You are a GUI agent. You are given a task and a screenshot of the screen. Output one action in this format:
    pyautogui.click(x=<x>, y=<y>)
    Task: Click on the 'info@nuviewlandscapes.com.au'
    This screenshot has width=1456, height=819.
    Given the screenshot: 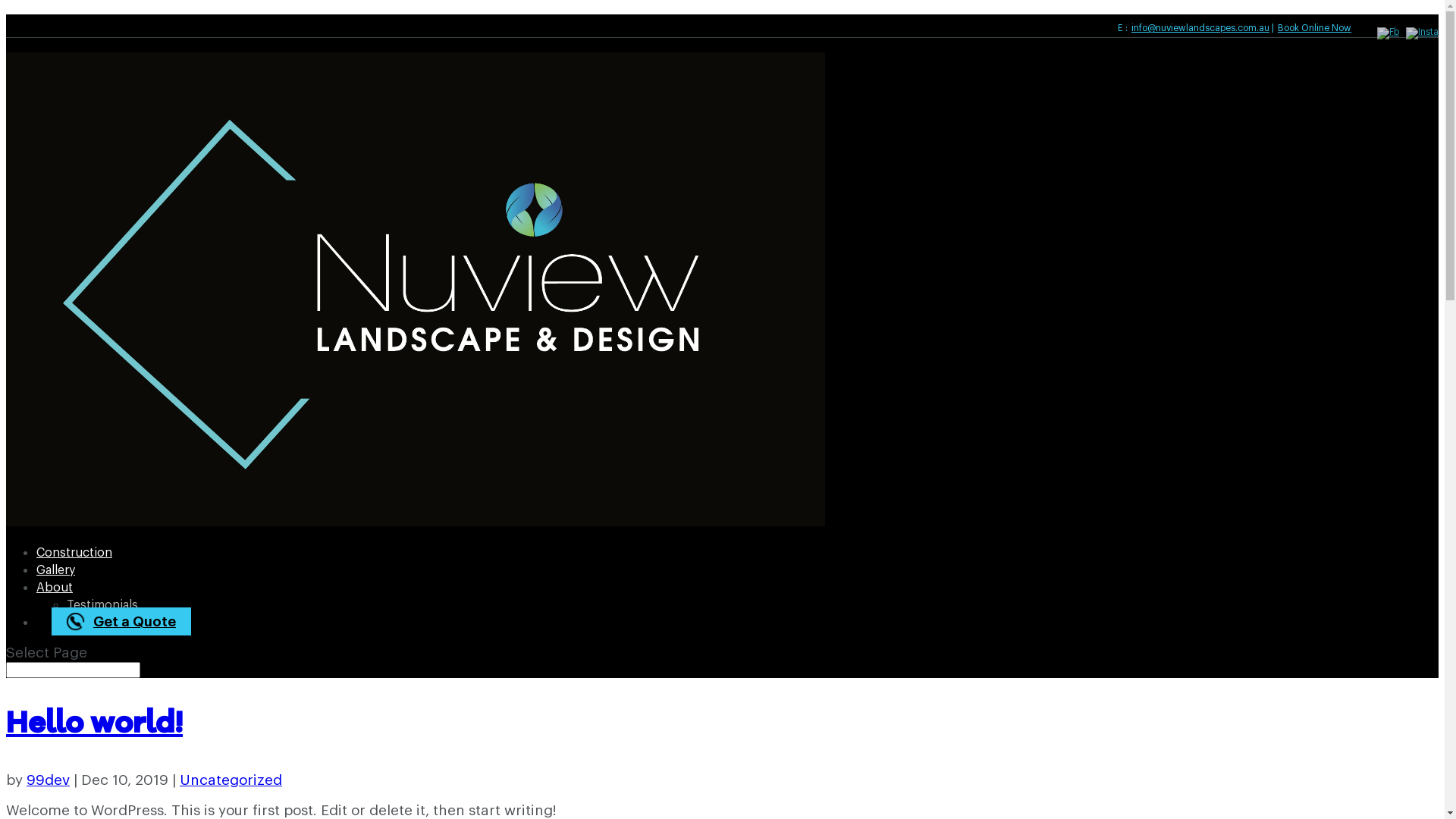 What is the action you would take?
    pyautogui.click(x=1199, y=28)
    